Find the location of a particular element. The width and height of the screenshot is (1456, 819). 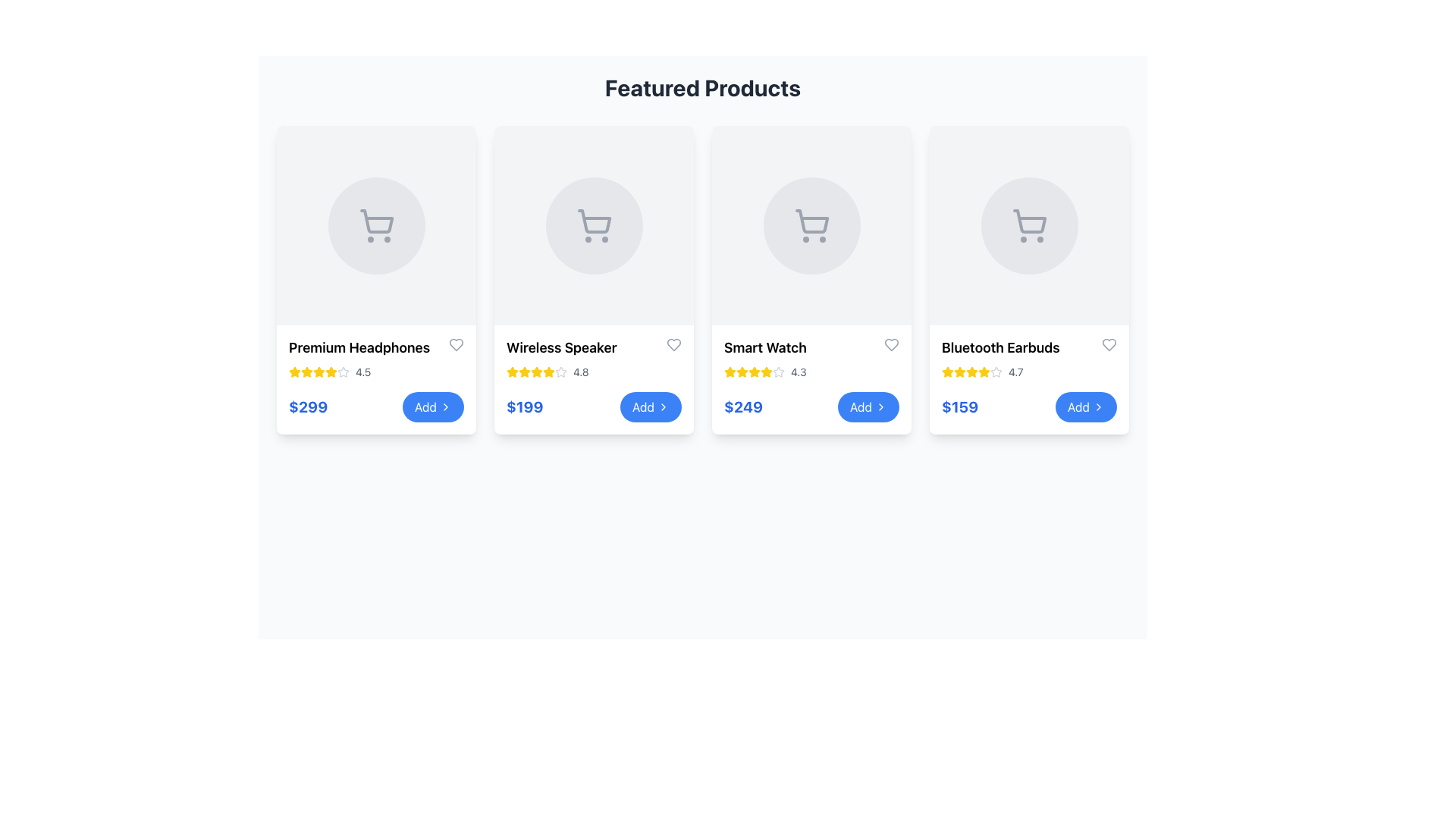

the shopping cart icon located inside the fourth product card titled 'Bluetooth Earbuds', which is centrally positioned within the circular area of the card is located at coordinates (1029, 221).